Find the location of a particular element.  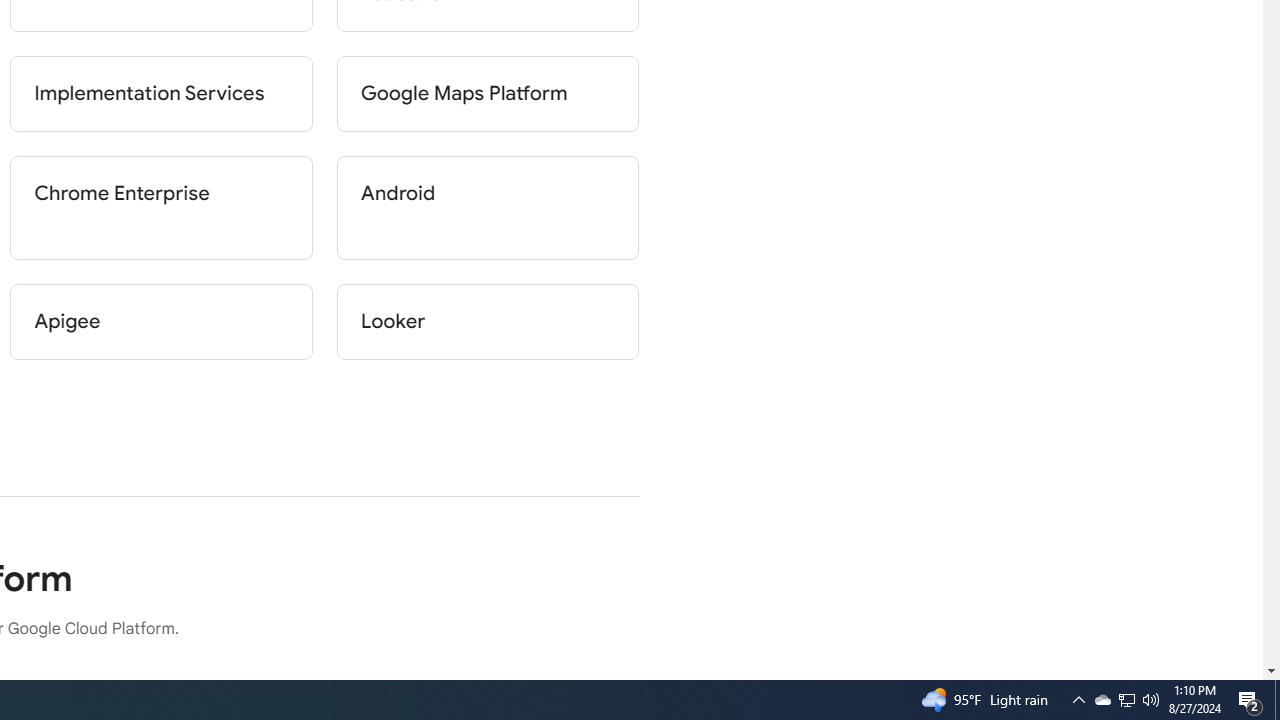

'Android' is located at coordinates (487, 208).